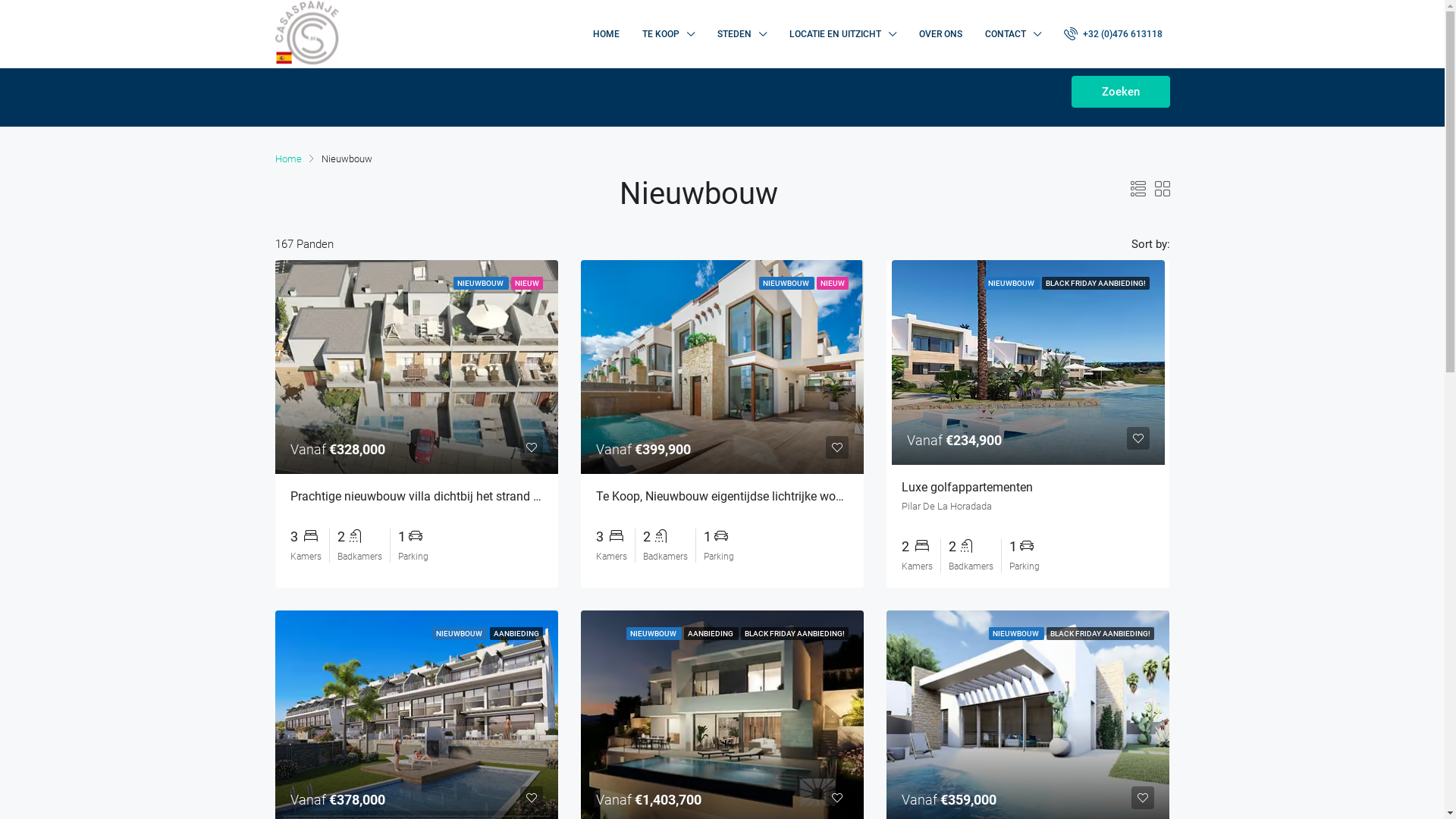 The height and width of the screenshot is (819, 1456). Describe the element at coordinates (527, 283) in the screenshot. I see `'NIEUW'` at that location.